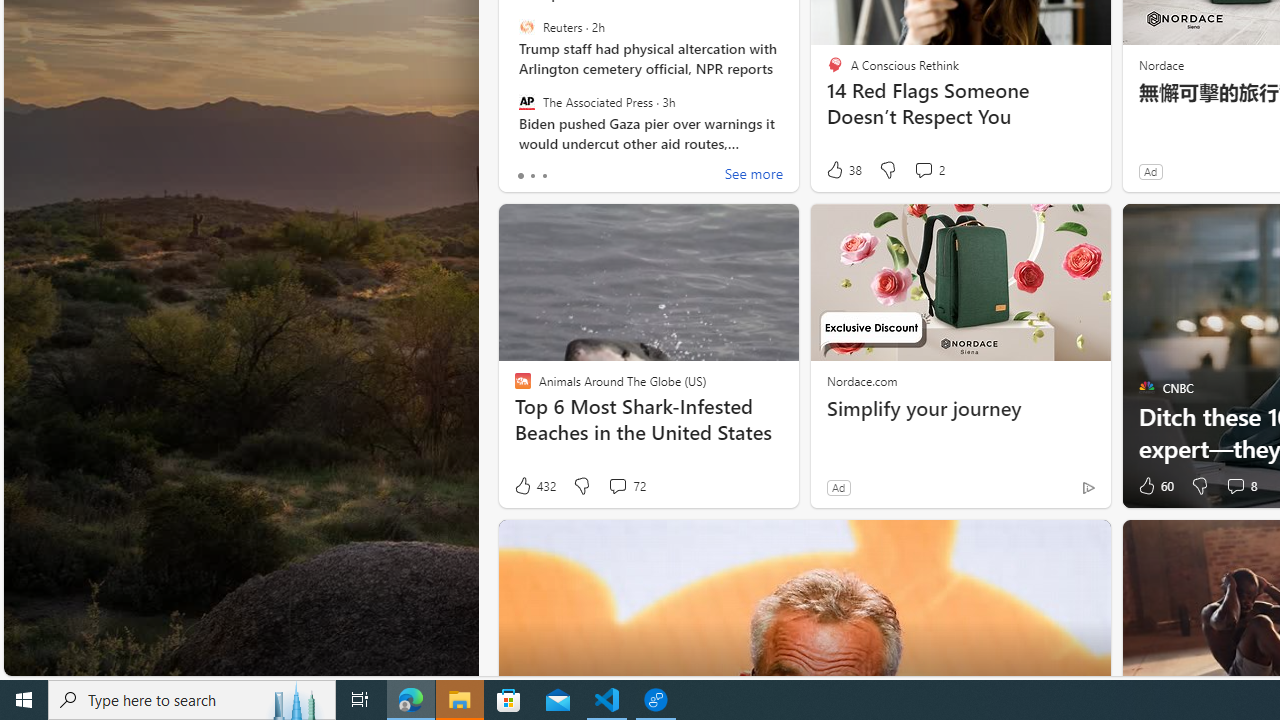  Describe the element at coordinates (532, 175) in the screenshot. I see `'tab-1'` at that location.